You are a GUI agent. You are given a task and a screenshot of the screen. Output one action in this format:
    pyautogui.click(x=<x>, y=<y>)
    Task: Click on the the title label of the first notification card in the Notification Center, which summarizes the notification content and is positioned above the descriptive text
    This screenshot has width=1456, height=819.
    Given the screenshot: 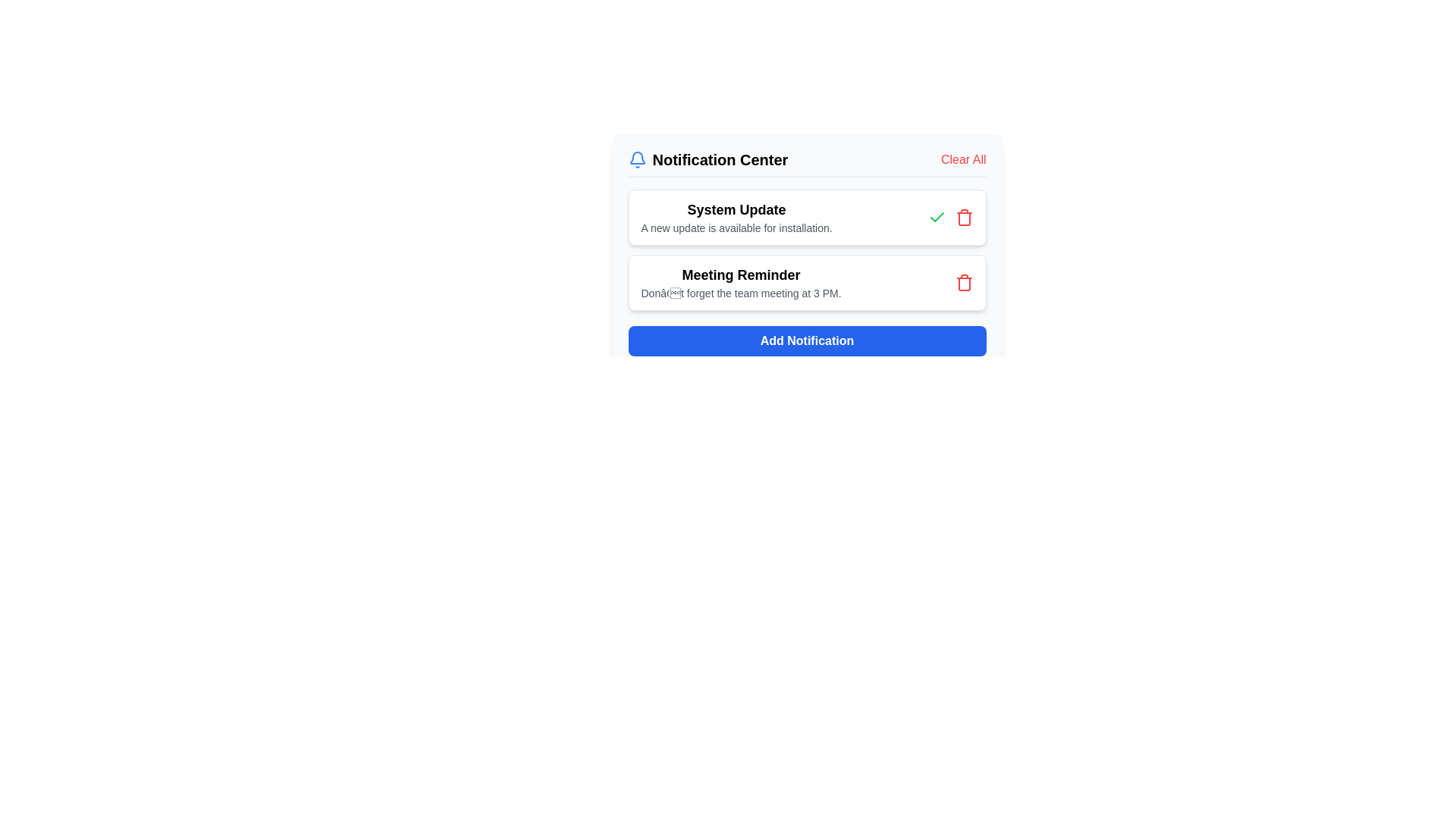 What is the action you would take?
    pyautogui.click(x=736, y=210)
    